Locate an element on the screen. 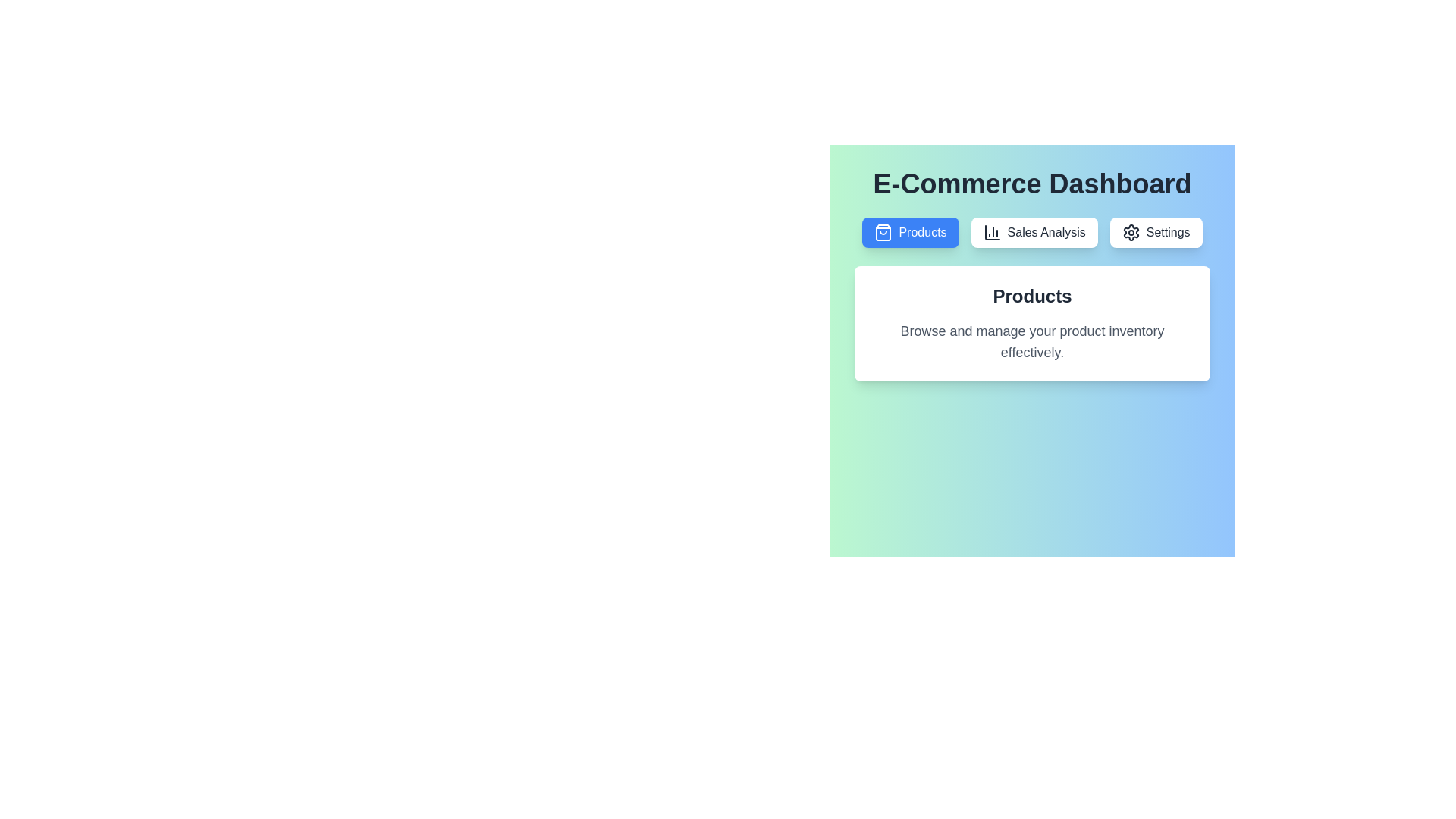  the header text of the E-Commerce Dashboard to select or copy it is located at coordinates (1031, 184).